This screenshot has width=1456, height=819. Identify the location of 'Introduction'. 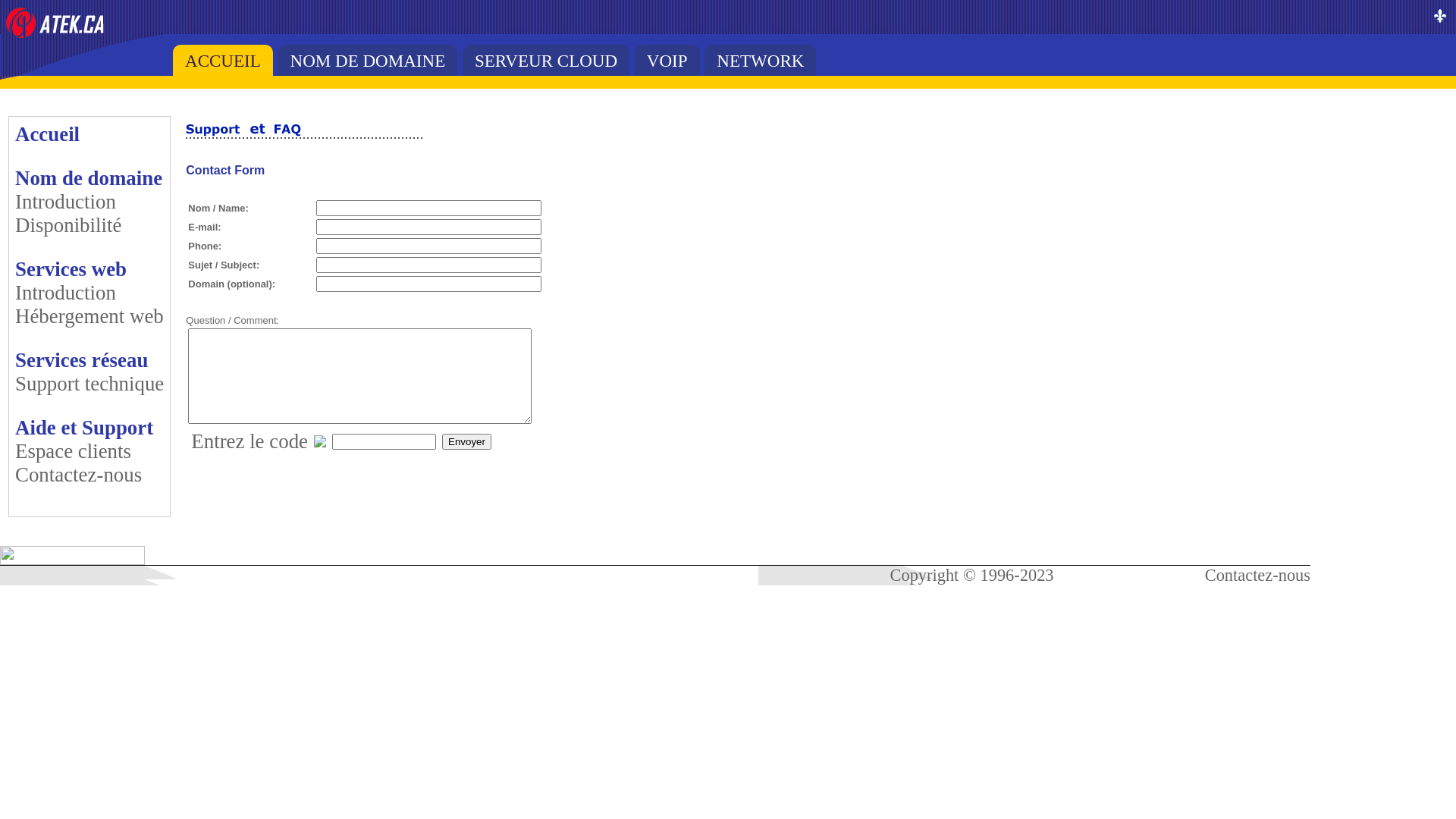
(64, 201).